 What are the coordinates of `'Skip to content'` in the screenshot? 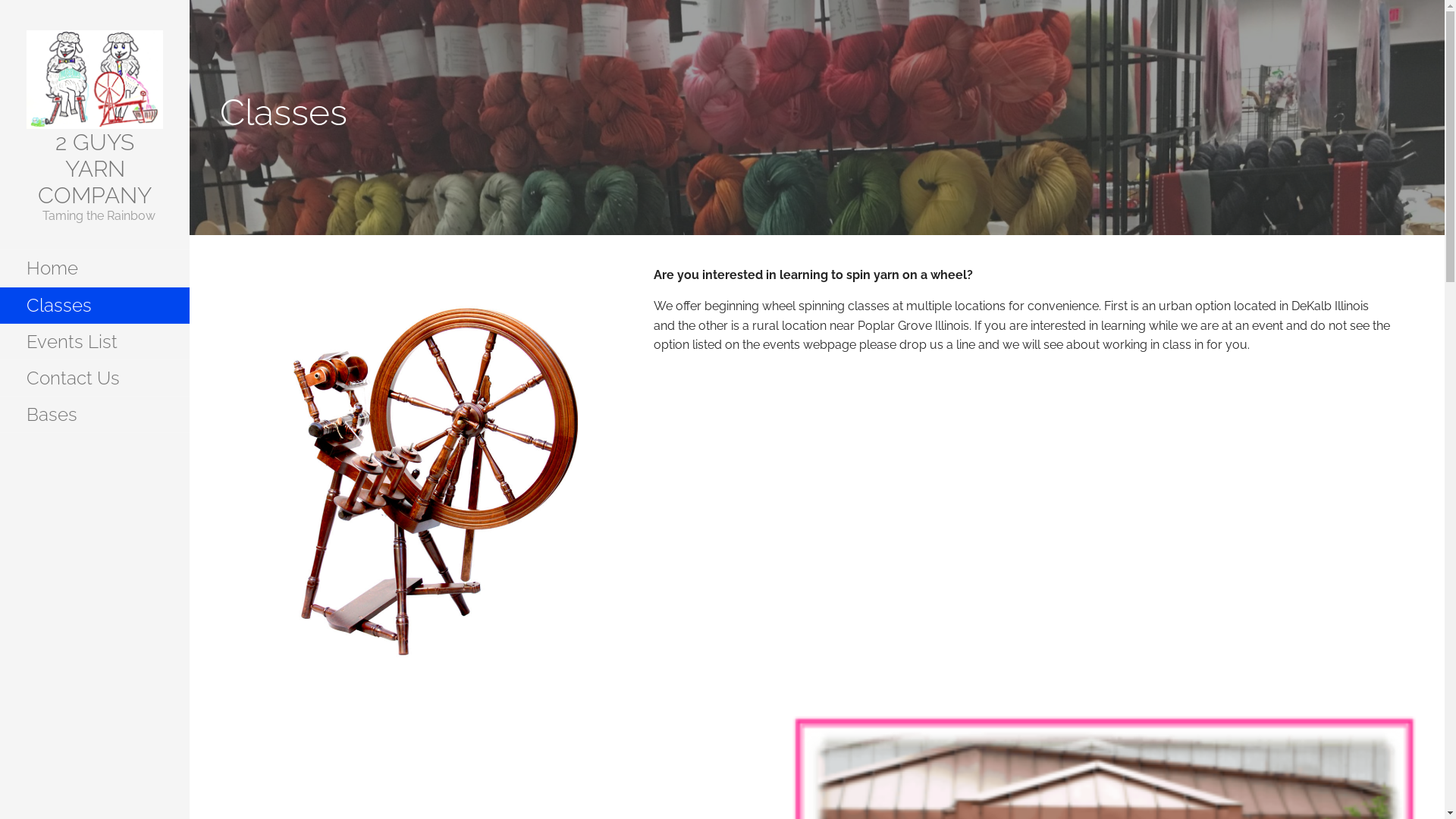 It's located at (189, 0).